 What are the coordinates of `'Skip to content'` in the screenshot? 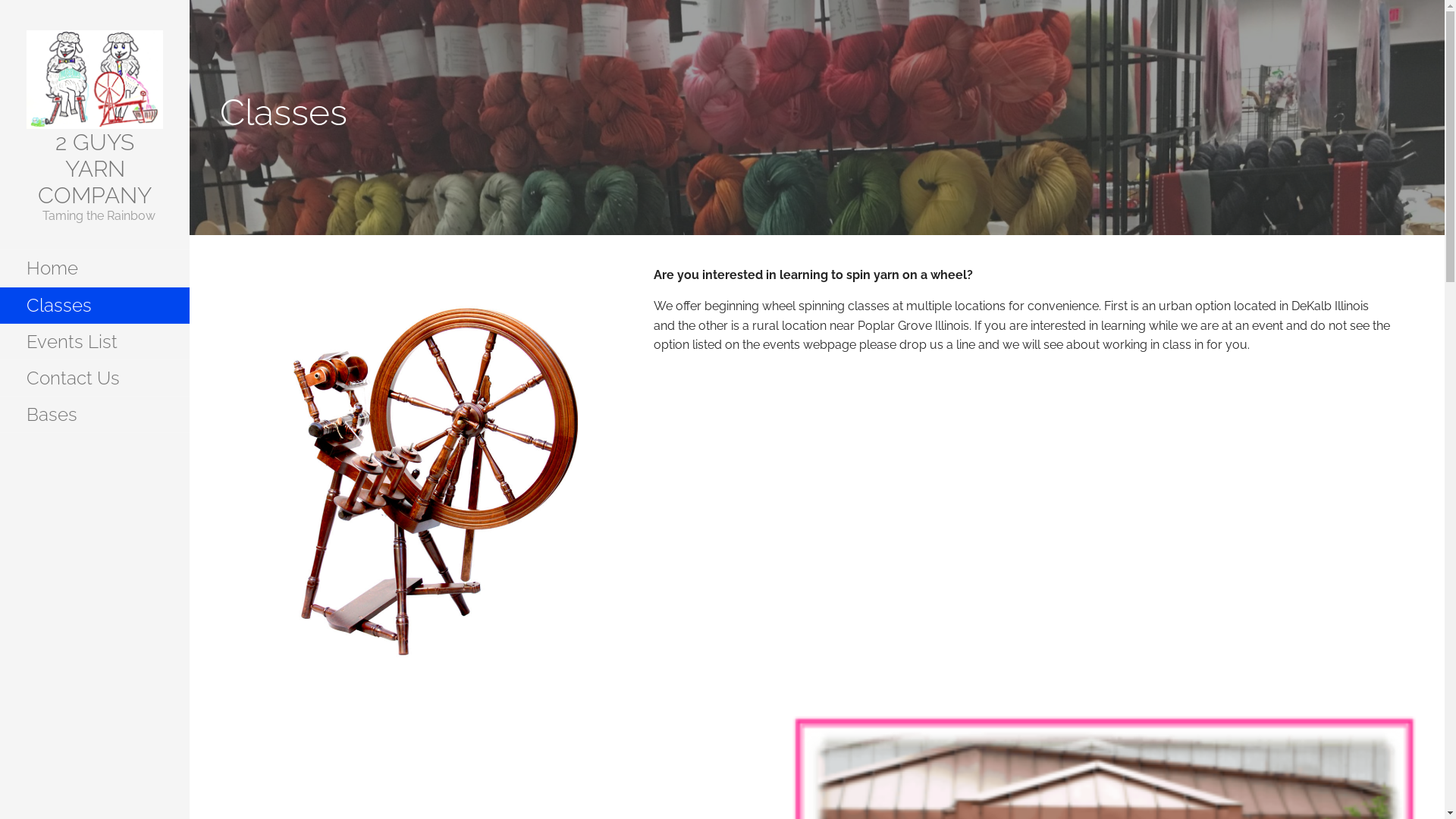 It's located at (189, 0).